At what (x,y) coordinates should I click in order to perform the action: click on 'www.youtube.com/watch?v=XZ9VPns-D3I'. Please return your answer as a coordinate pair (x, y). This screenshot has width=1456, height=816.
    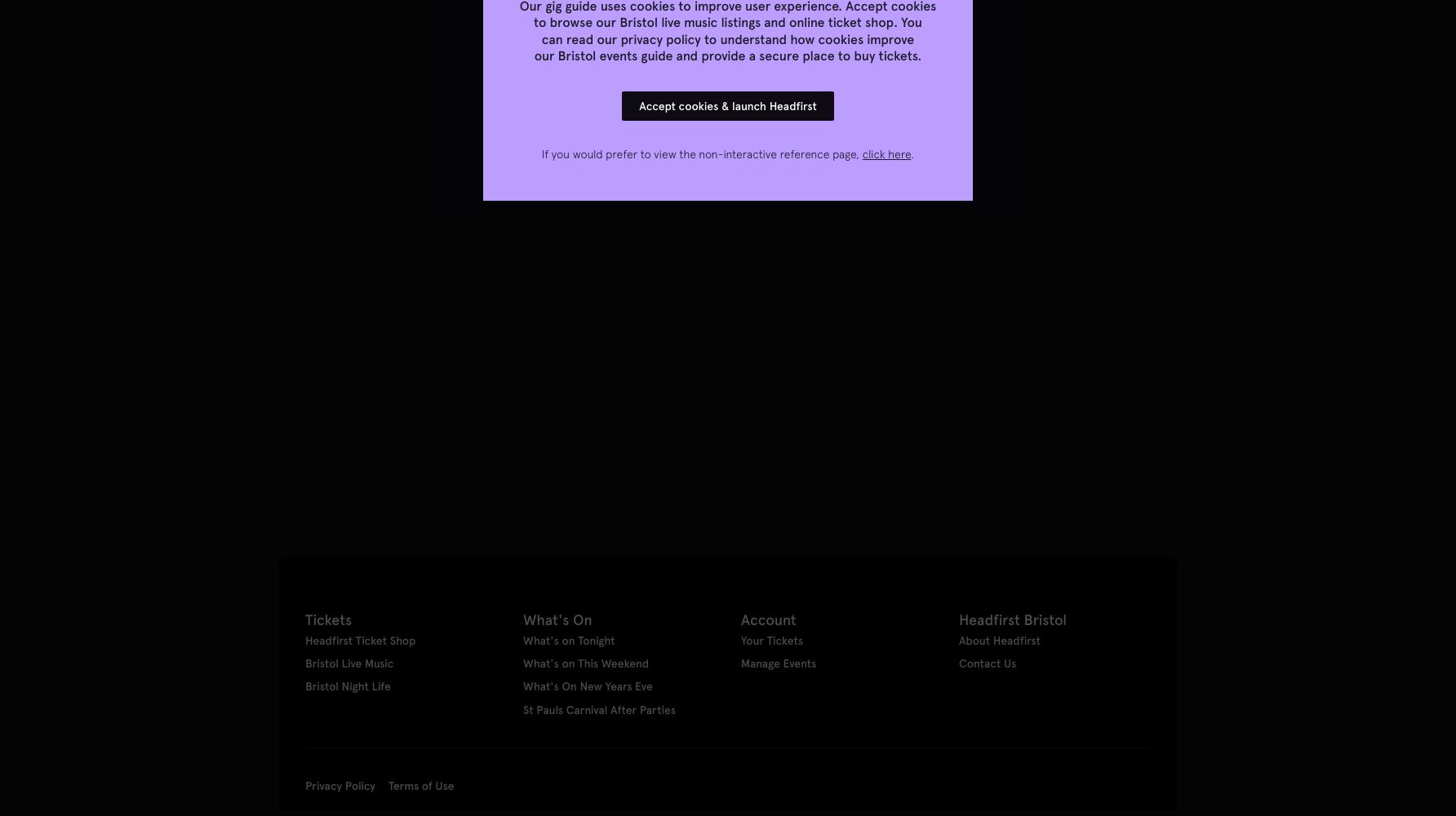
    Looking at the image, I should click on (394, 313).